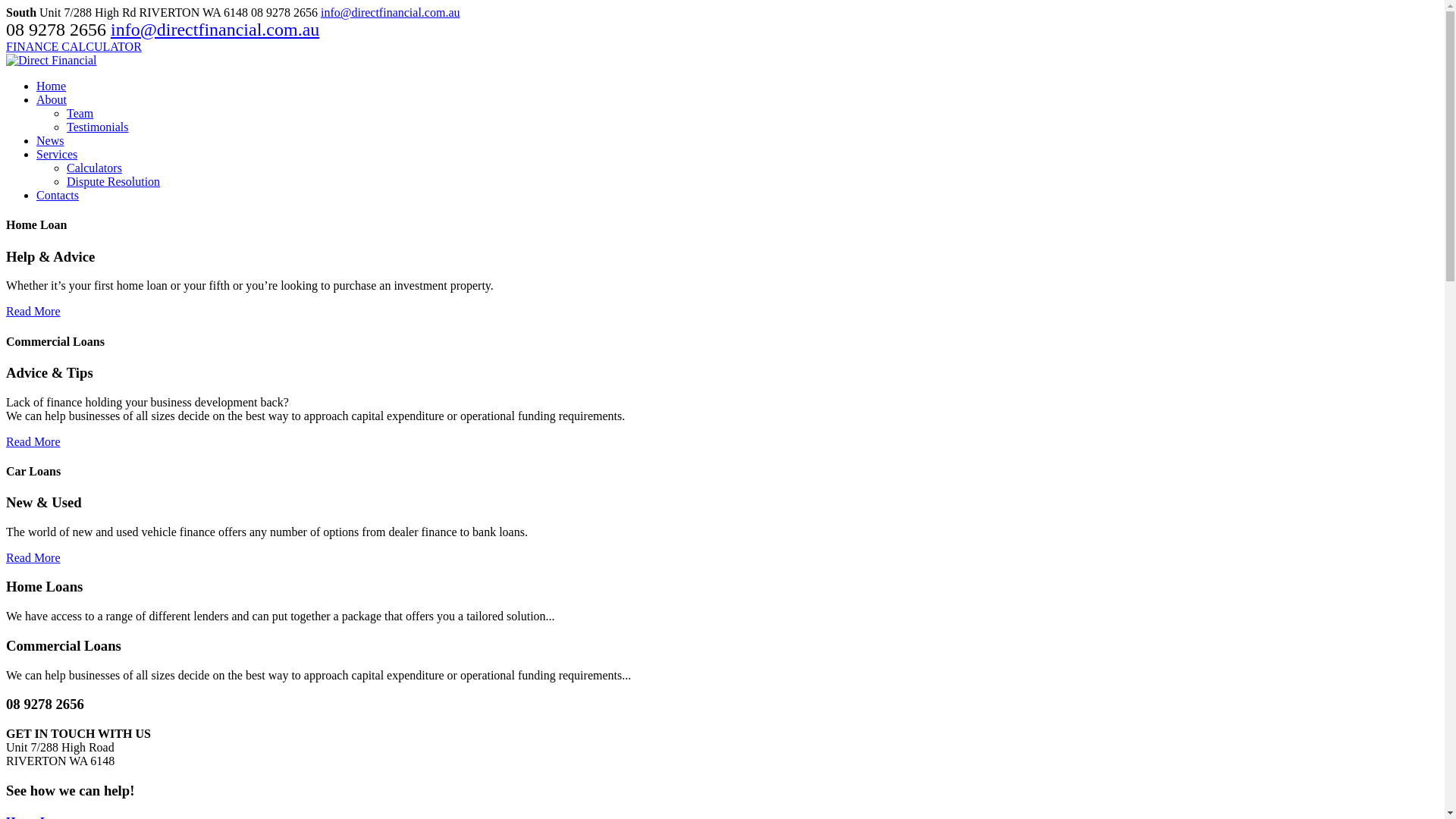 Image resolution: width=1456 pixels, height=819 pixels. What do you see at coordinates (51, 99) in the screenshot?
I see `'About'` at bounding box center [51, 99].